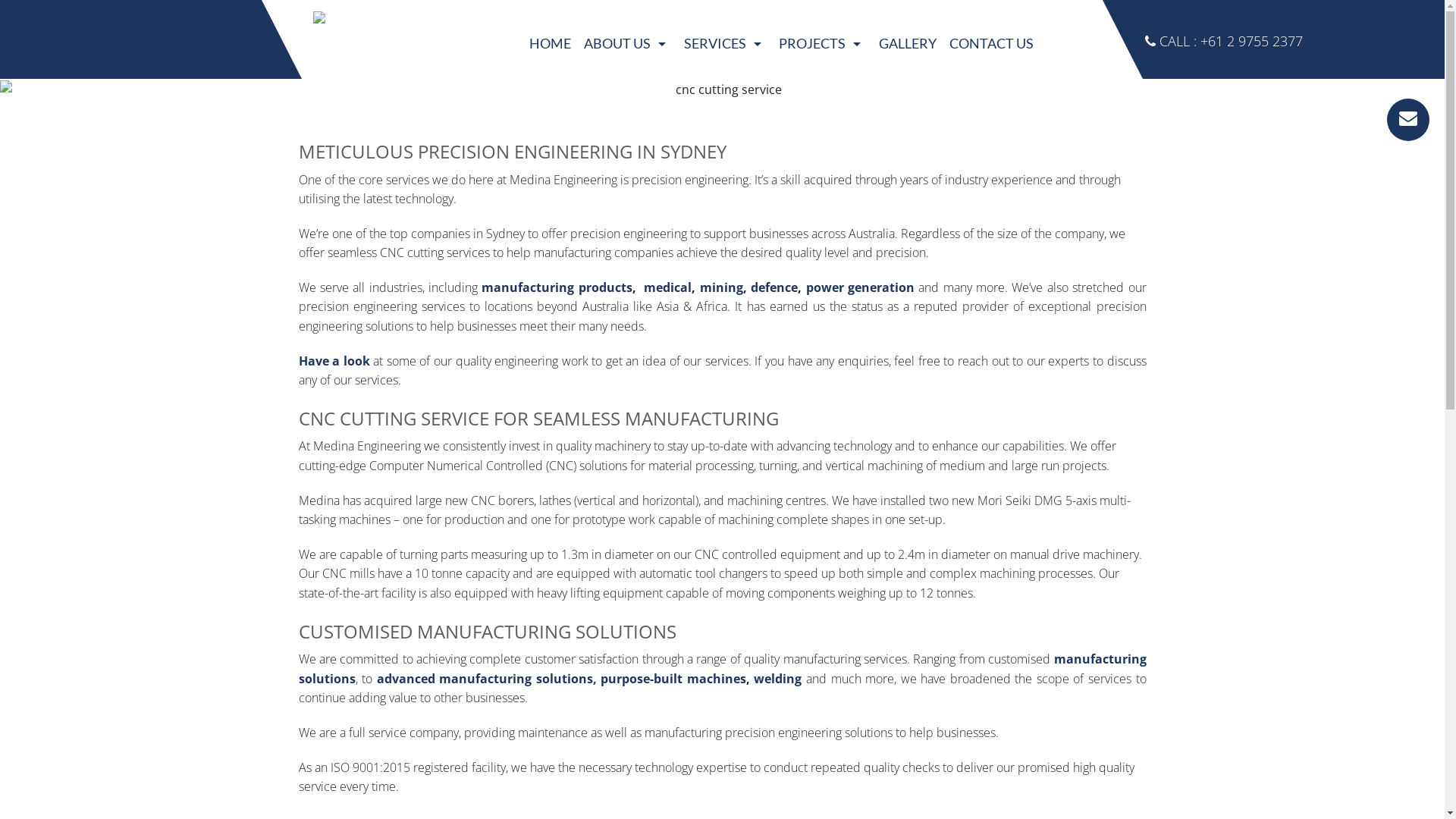  Describe the element at coordinates (334, 360) in the screenshot. I see `'Have a look'` at that location.